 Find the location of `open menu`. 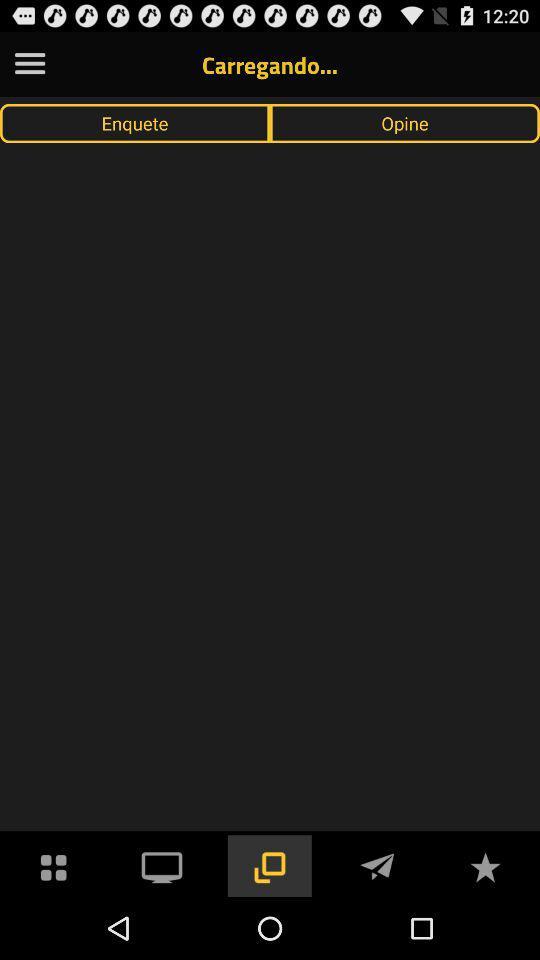

open menu is located at coordinates (29, 64).